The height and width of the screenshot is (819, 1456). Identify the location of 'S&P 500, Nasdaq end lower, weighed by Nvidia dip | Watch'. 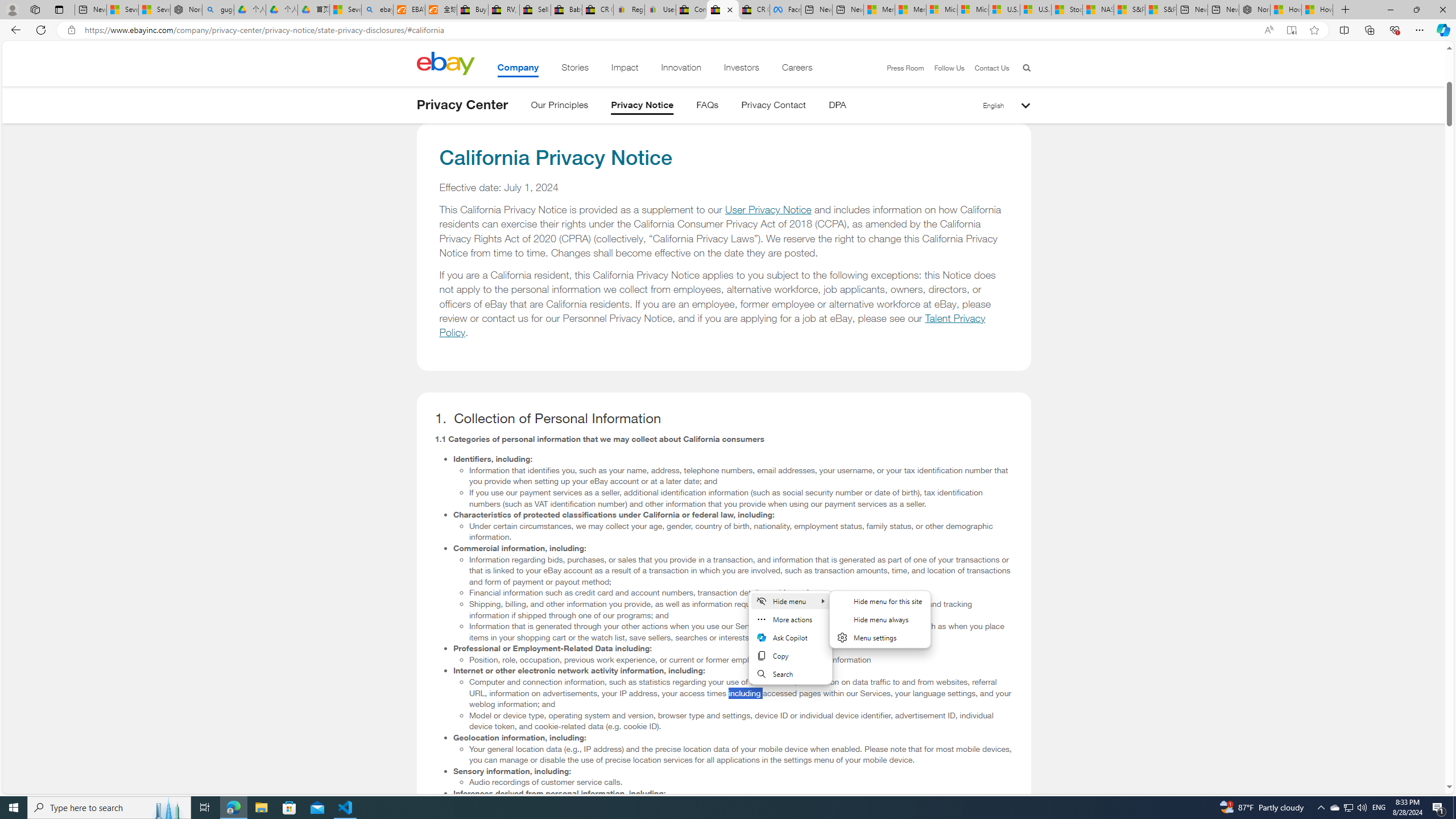
(1160, 9).